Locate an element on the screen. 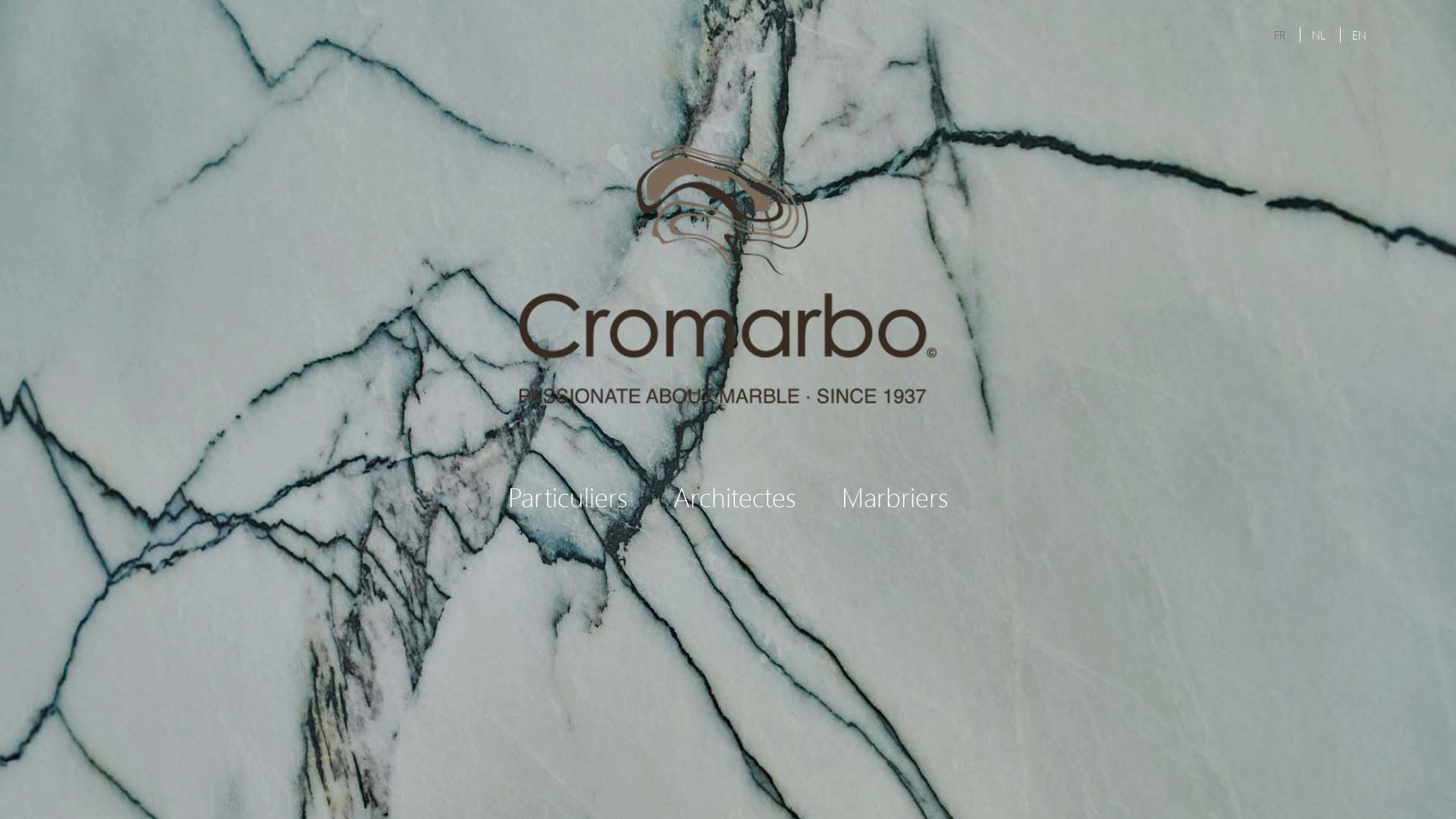  'Architectes' is located at coordinates (735, 496).